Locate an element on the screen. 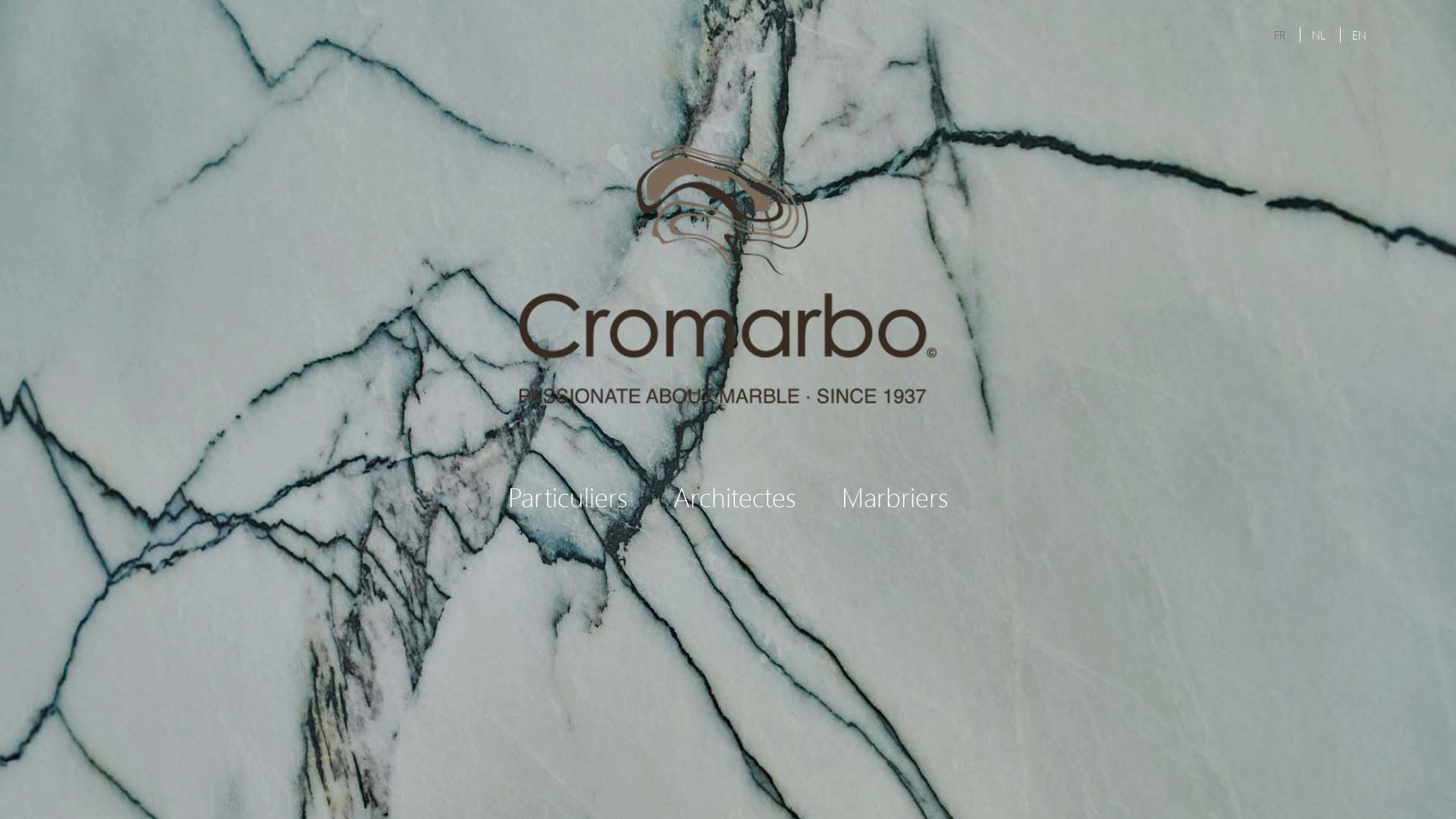  'Architectes' is located at coordinates (735, 496).